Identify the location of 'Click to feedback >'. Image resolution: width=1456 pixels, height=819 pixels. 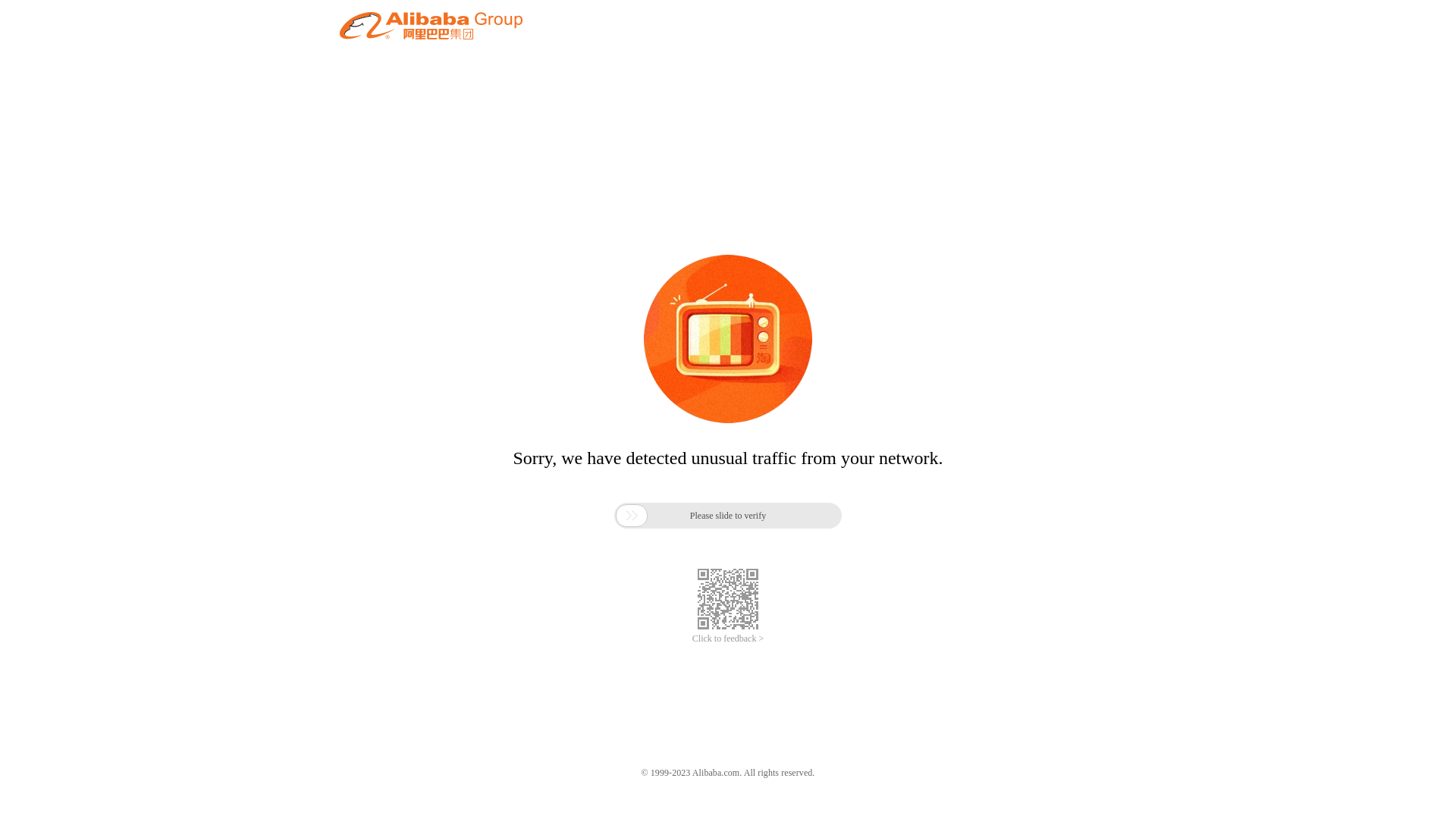
(728, 639).